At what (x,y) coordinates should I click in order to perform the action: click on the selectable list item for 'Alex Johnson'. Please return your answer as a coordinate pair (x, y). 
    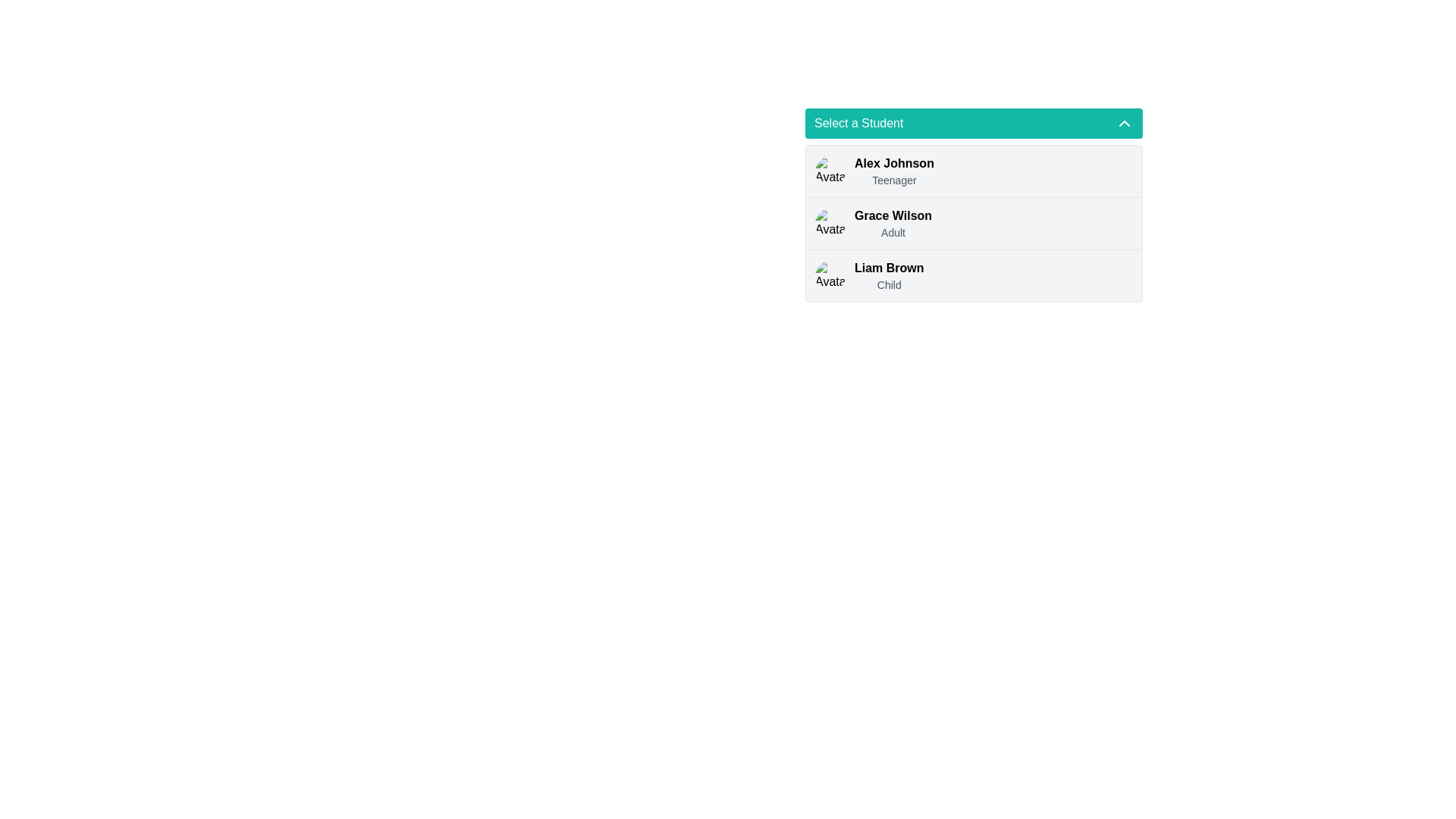
    Looking at the image, I should click on (894, 171).